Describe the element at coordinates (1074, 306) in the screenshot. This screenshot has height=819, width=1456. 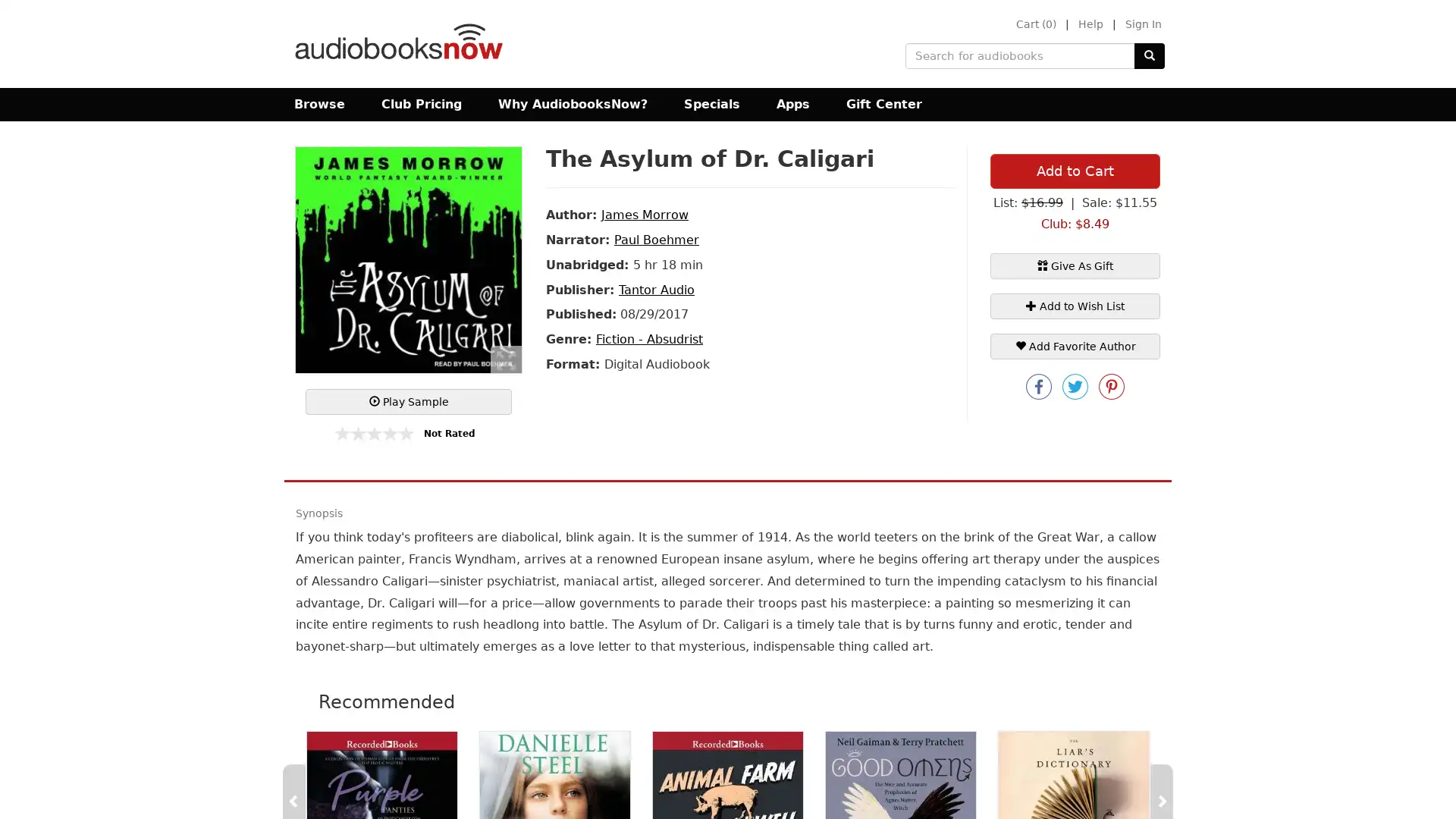
I see `+ Add to Wish List` at that location.